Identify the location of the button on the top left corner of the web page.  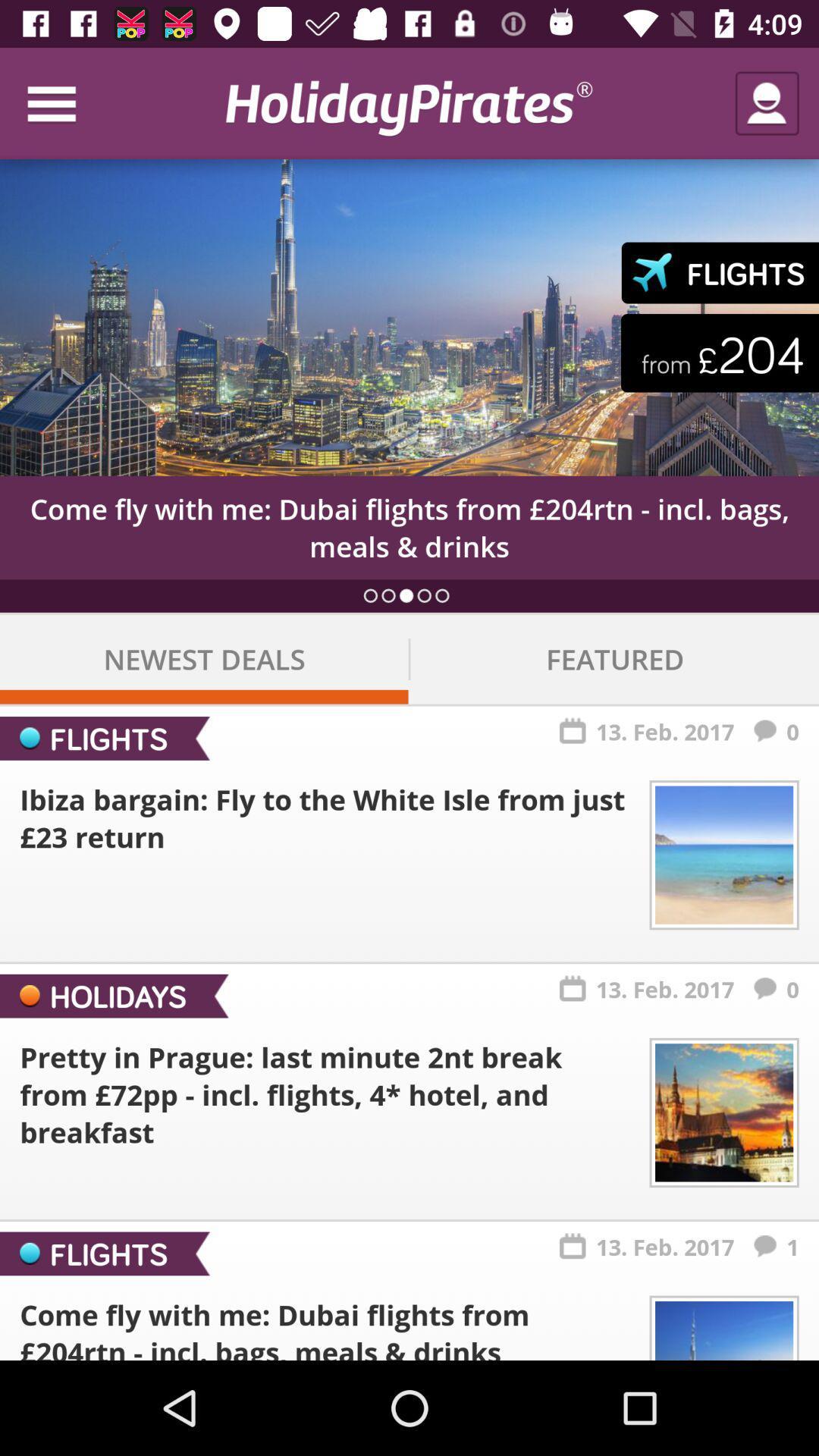
(66, 103).